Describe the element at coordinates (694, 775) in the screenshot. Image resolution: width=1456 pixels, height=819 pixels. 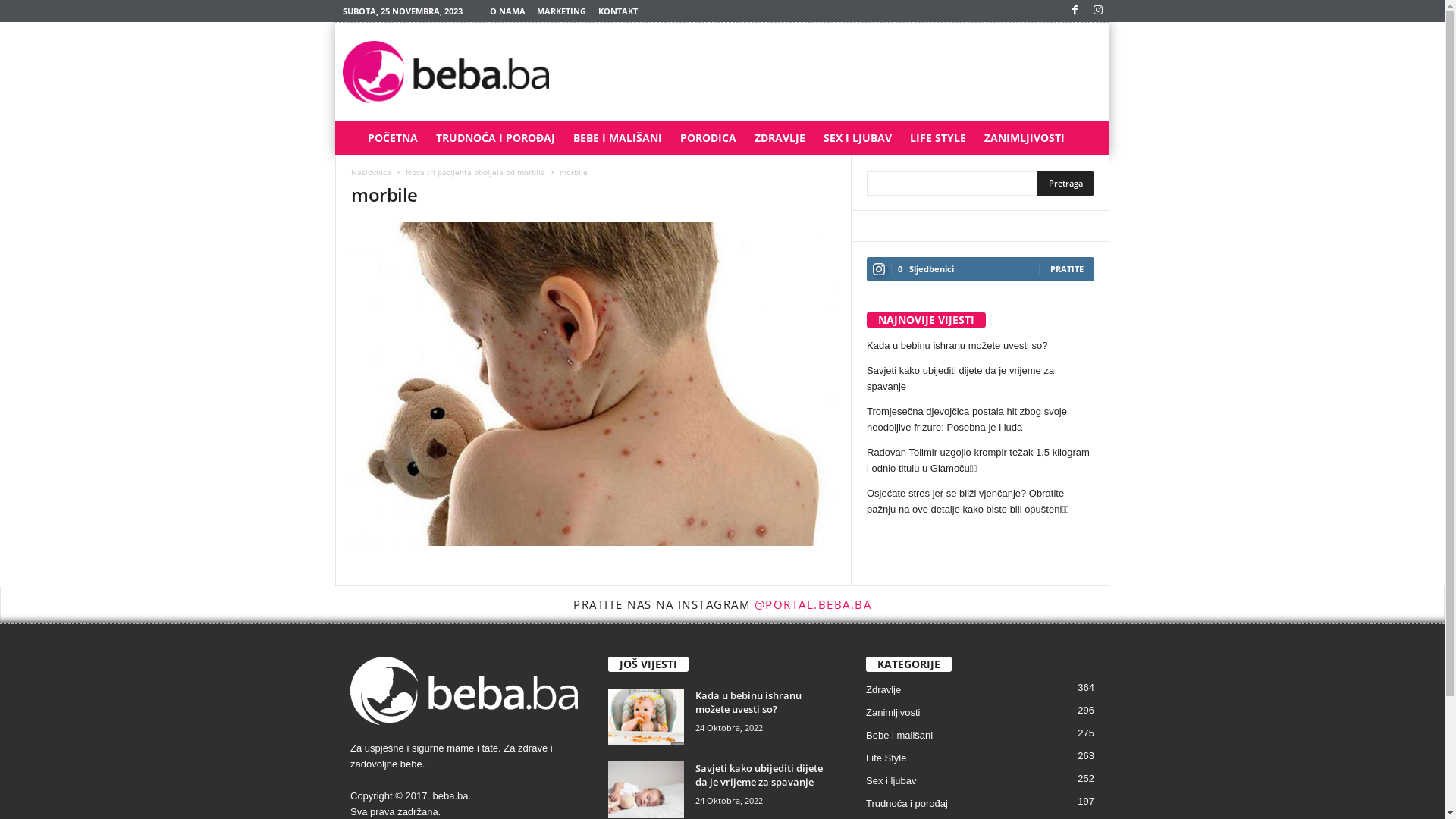
I see `'Savjeti kako ubijediti dijete da je vrijeme za spavanje'` at that location.